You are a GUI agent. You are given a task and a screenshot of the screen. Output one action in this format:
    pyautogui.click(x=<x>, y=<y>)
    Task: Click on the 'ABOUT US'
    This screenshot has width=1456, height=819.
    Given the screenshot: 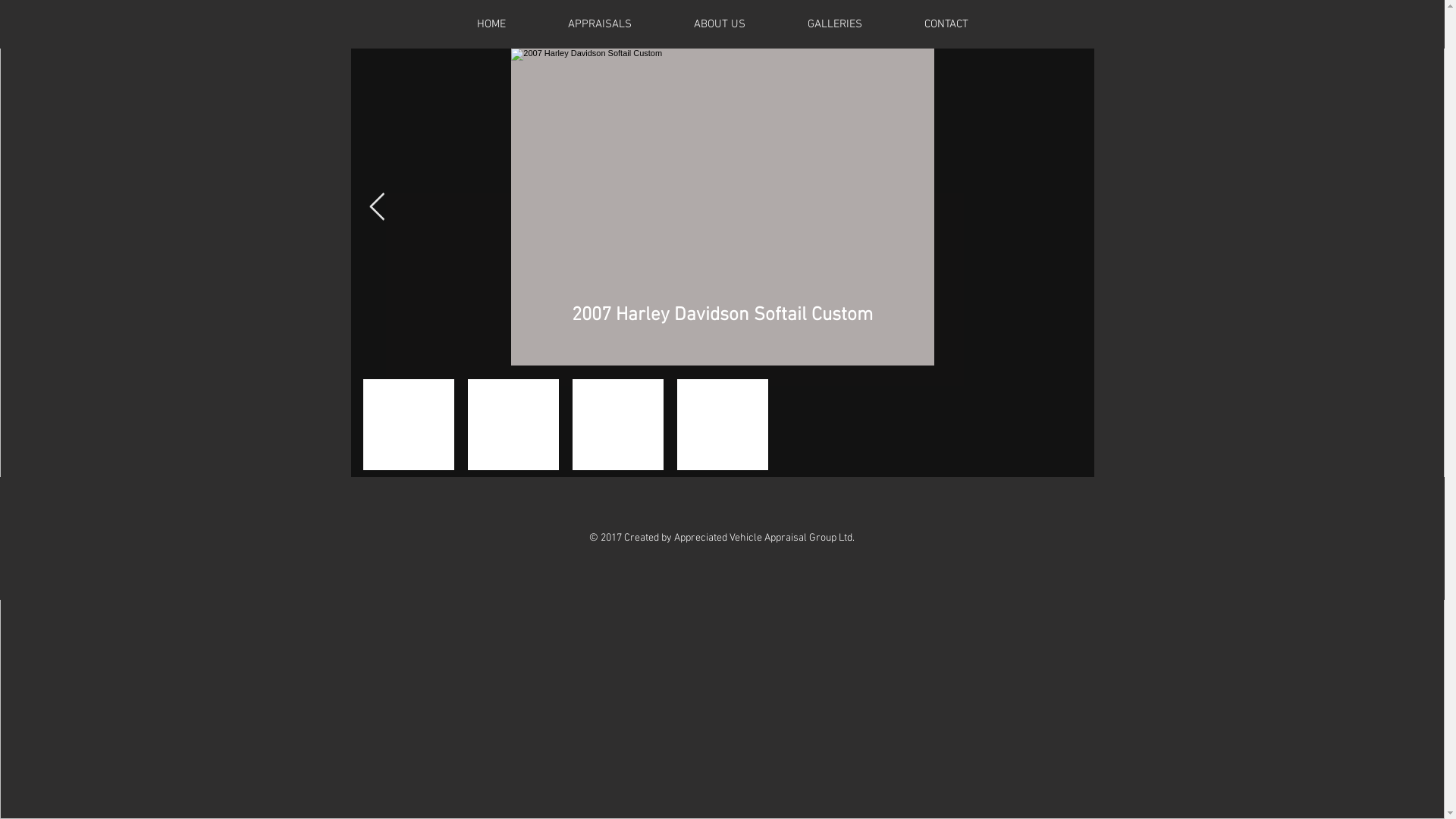 What is the action you would take?
    pyautogui.click(x=719, y=24)
    